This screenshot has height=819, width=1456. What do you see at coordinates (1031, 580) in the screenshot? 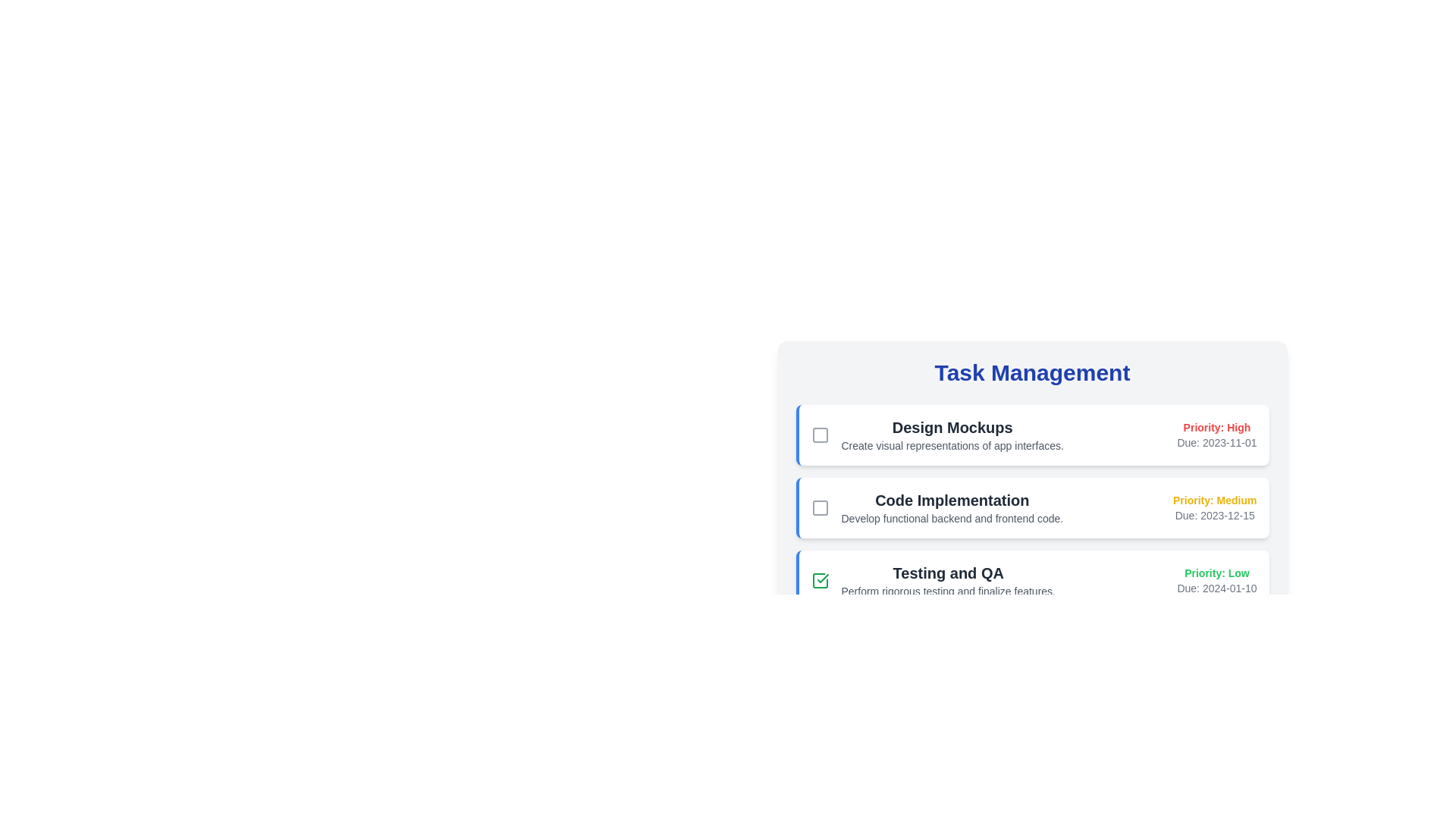
I see `the third task card in the task management interface, which displays details about the task's title, description, priority, and due date` at bounding box center [1031, 580].